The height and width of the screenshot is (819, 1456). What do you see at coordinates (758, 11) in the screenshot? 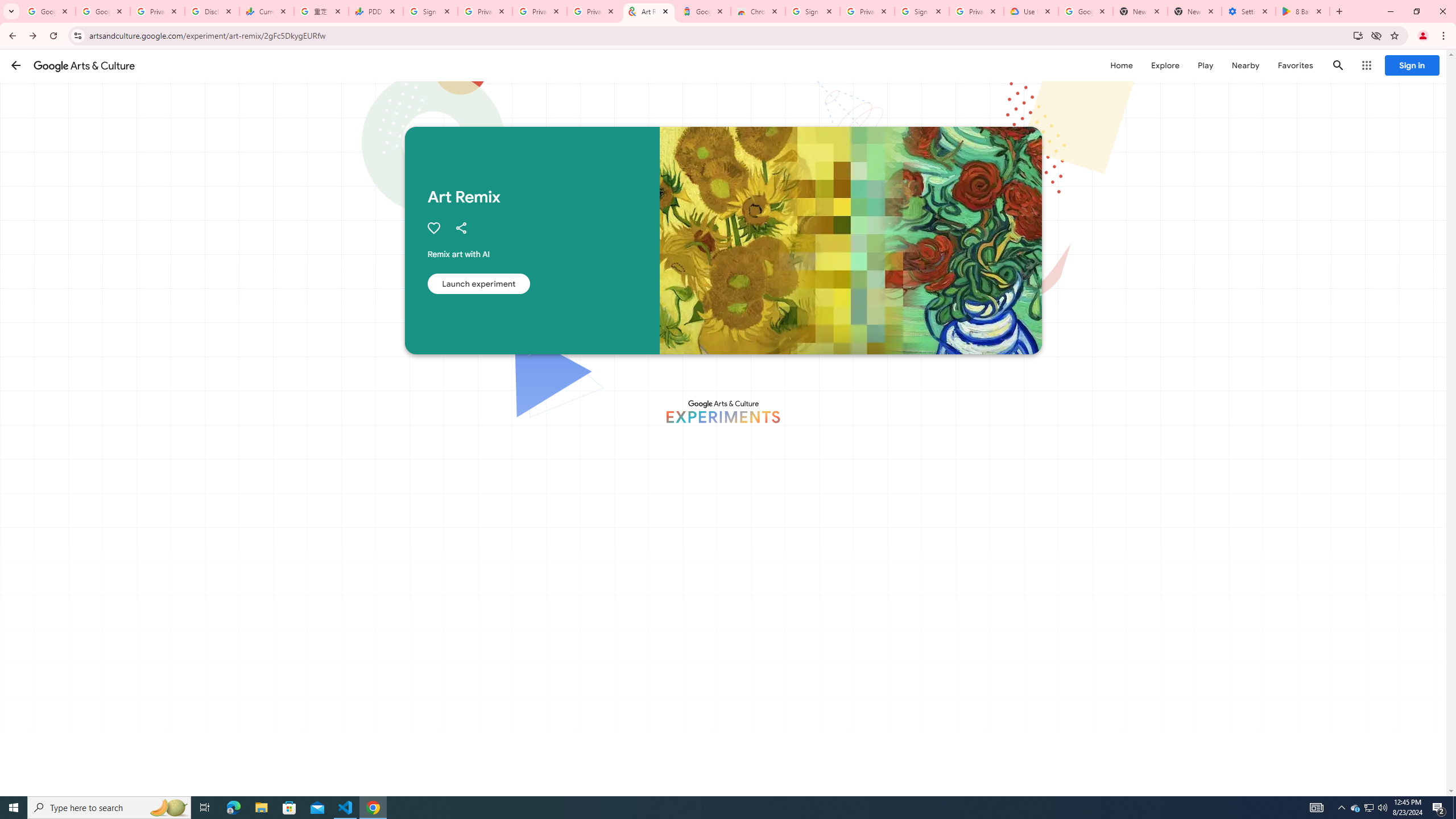
I see `'Chrome Web Store - Color themes by Chrome'` at bounding box center [758, 11].